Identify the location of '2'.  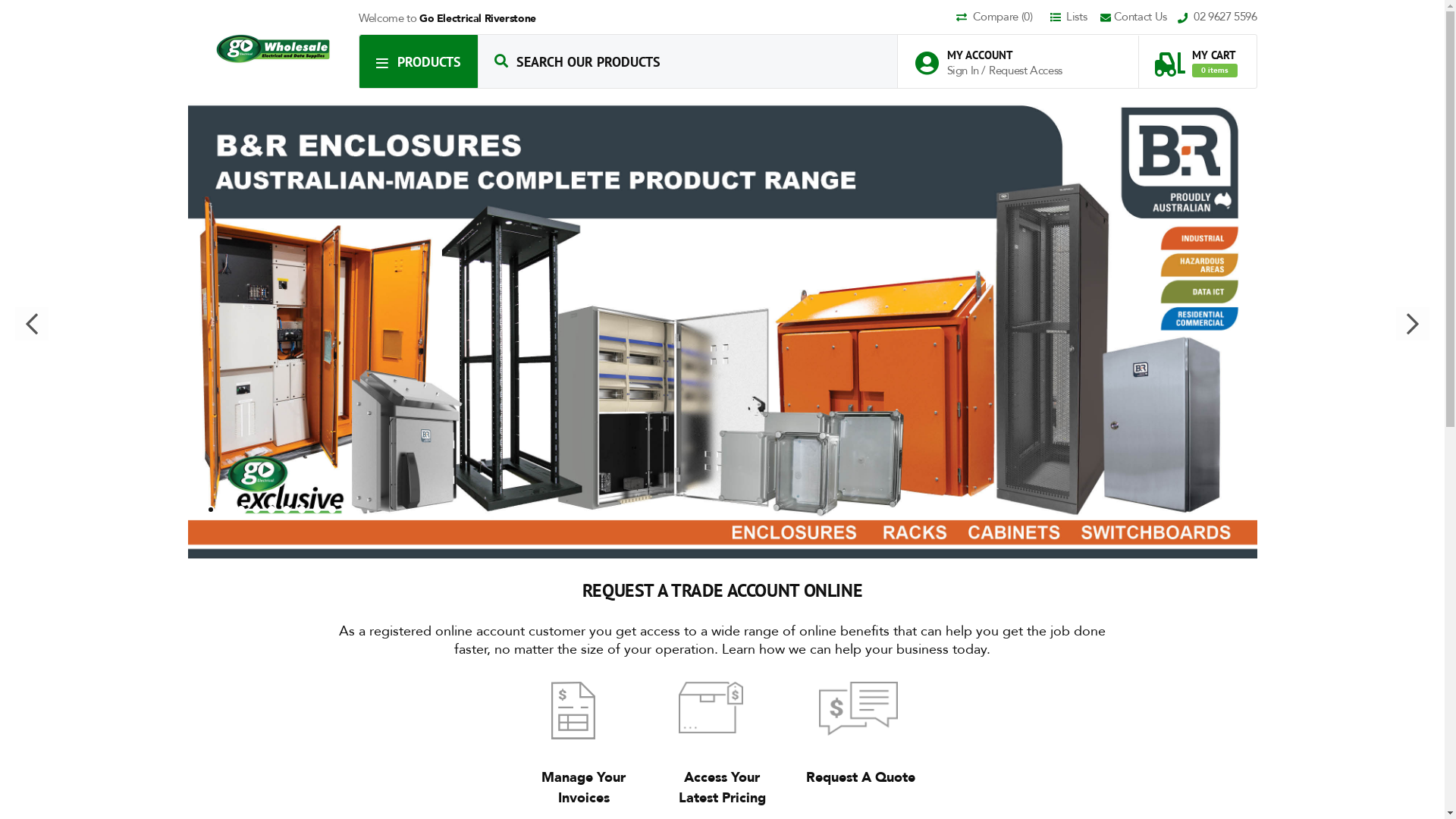
(209, 509).